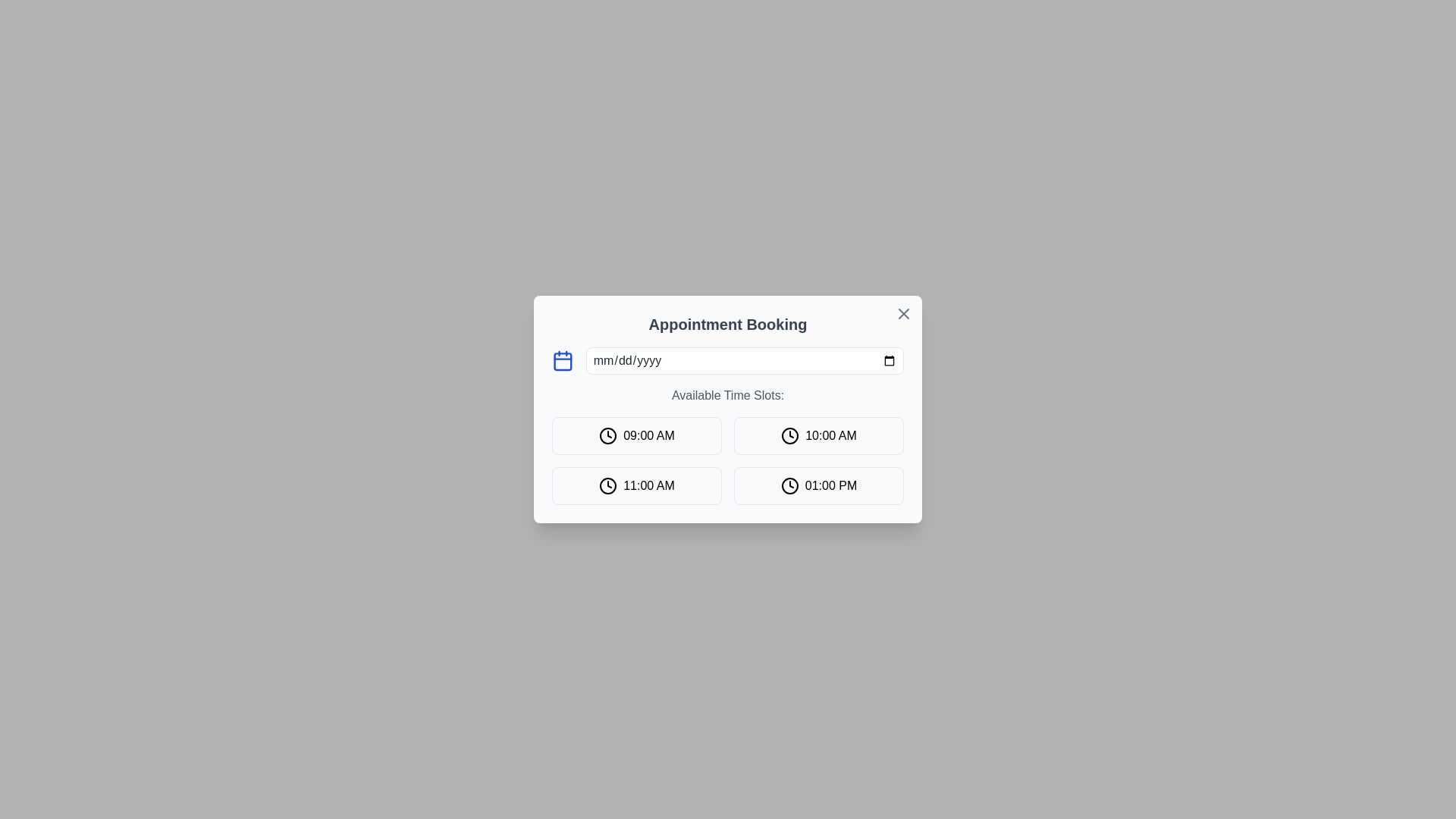 The width and height of the screenshot is (1456, 819). What do you see at coordinates (789, 435) in the screenshot?
I see `the outer circular boundary of the clock icon representing the '10:00 AM' time slot in the time slot selector interface` at bounding box center [789, 435].